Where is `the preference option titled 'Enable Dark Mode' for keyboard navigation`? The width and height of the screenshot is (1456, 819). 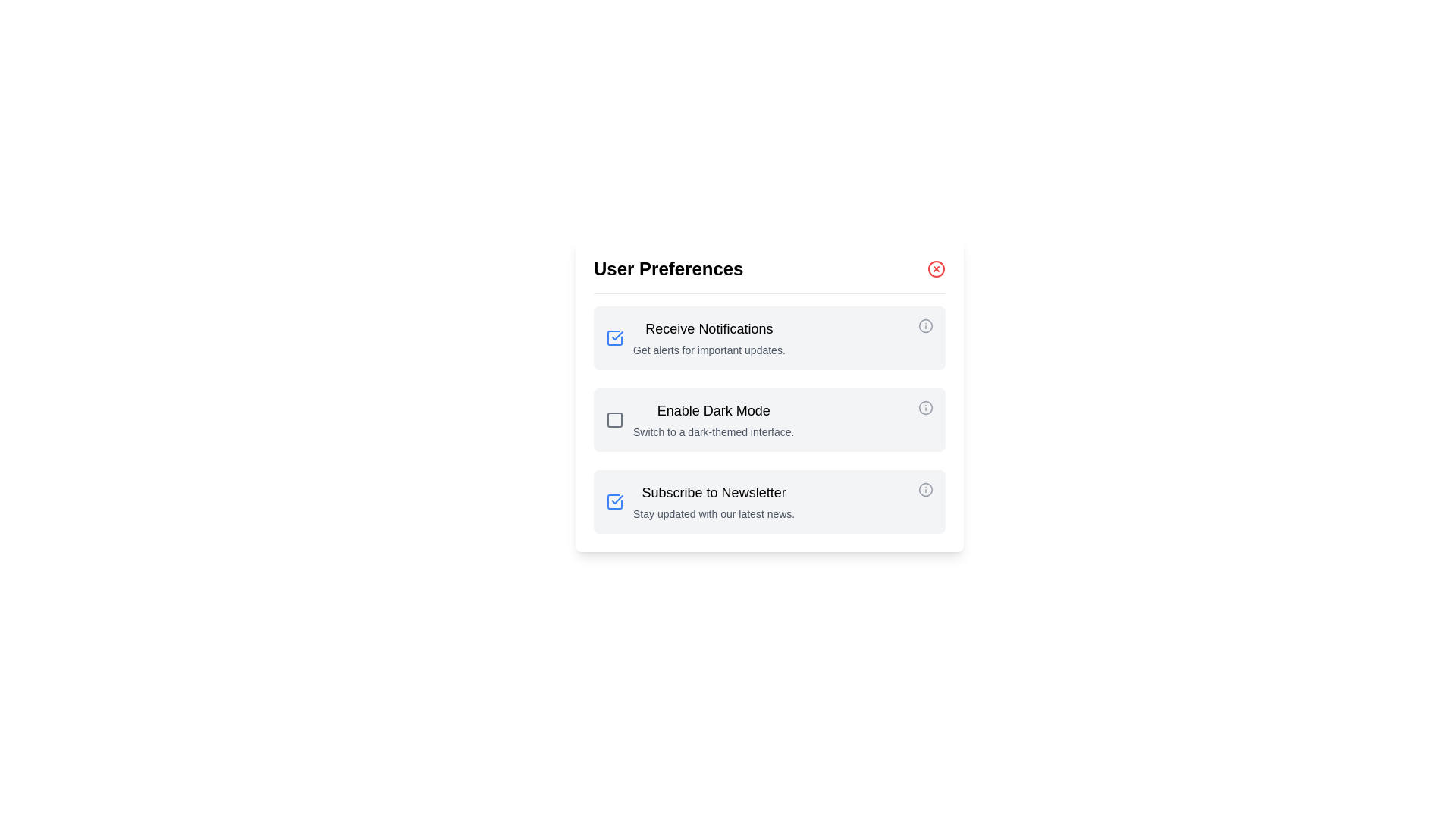
the preference option titled 'Enable Dark Mode' for keyboard navigation is located at coordinates (769, 394).